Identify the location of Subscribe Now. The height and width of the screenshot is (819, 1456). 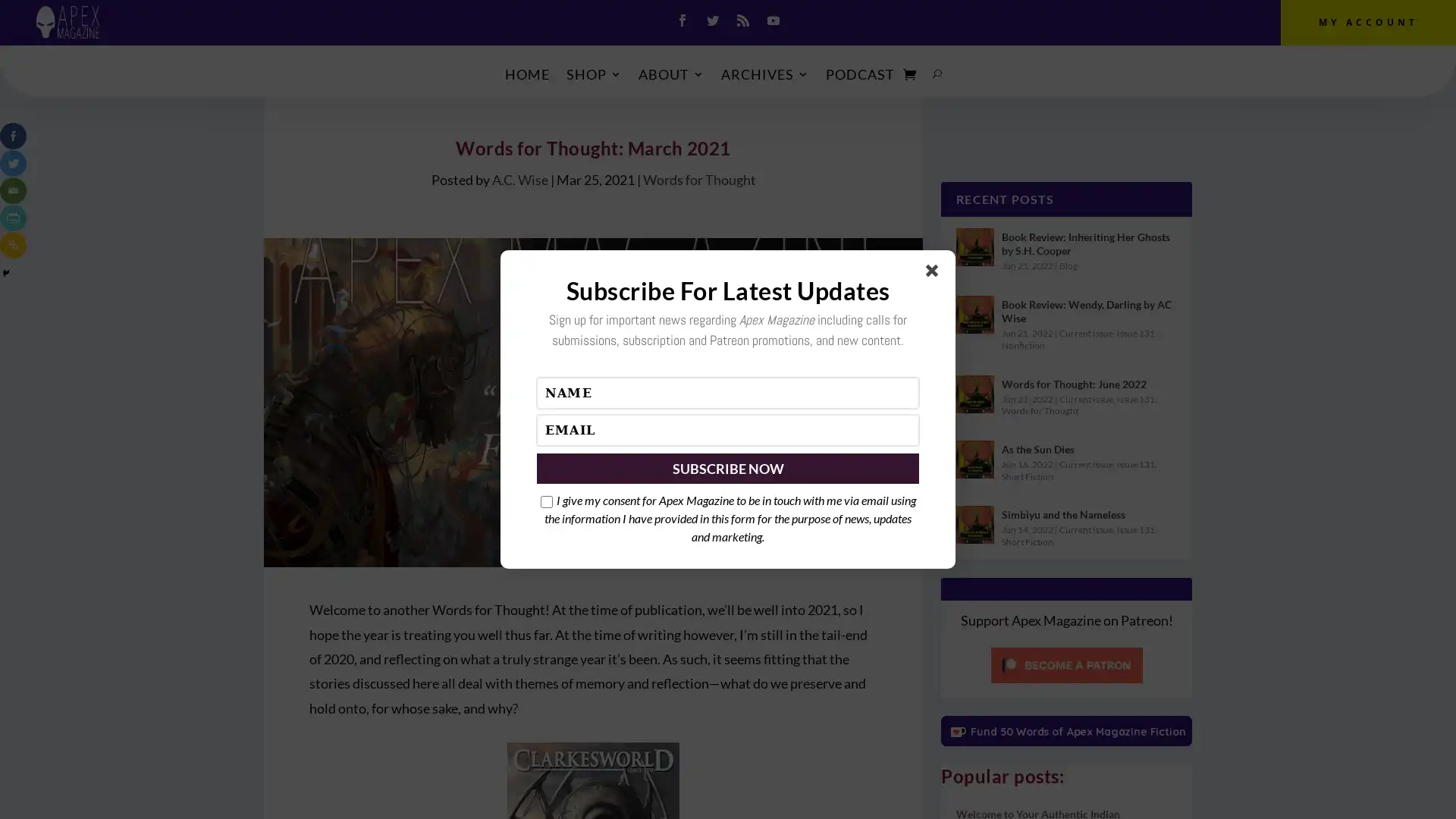
(728, 467).